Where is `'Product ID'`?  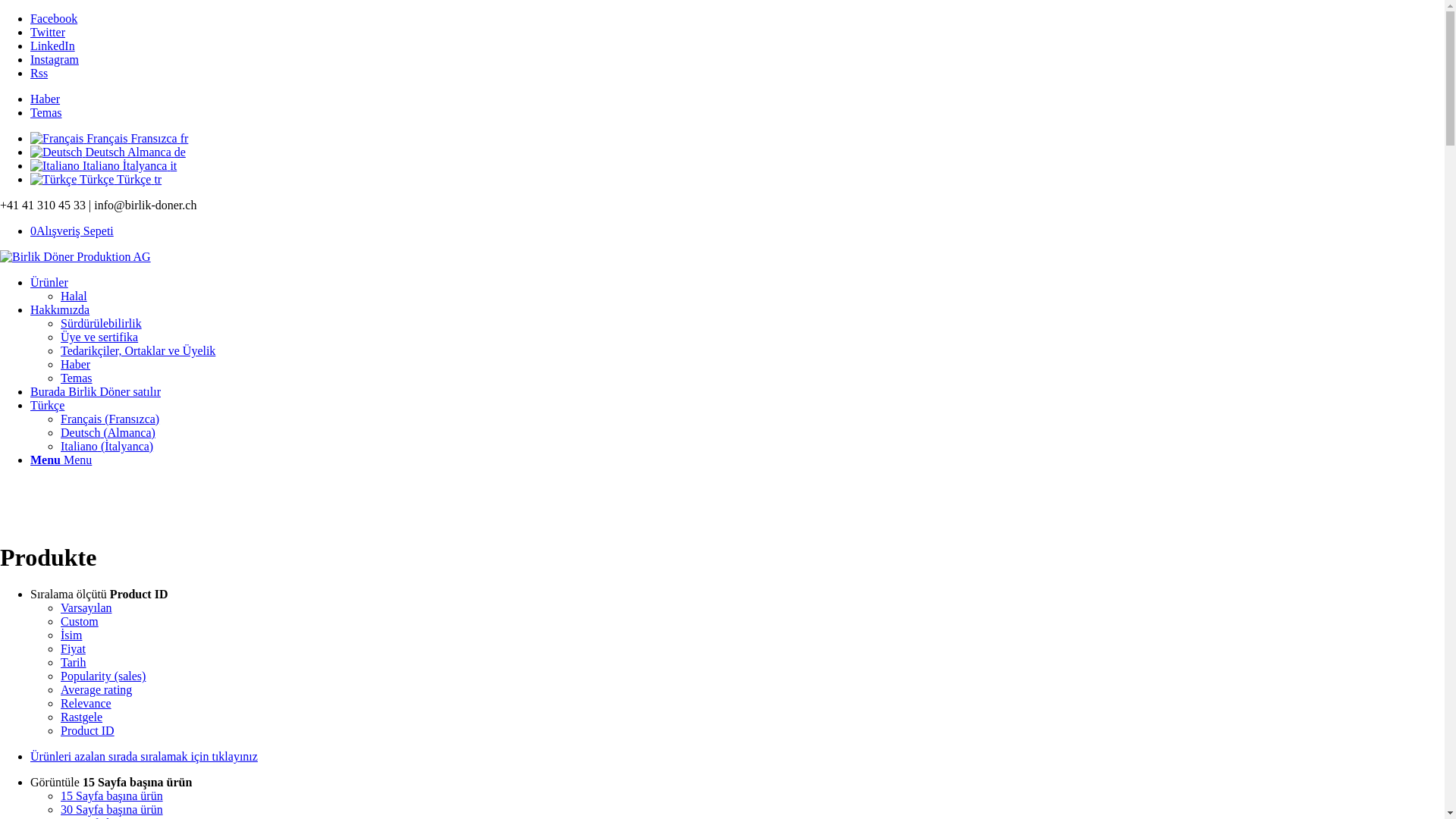 'Product ID' is located at coordinates (86, 730).